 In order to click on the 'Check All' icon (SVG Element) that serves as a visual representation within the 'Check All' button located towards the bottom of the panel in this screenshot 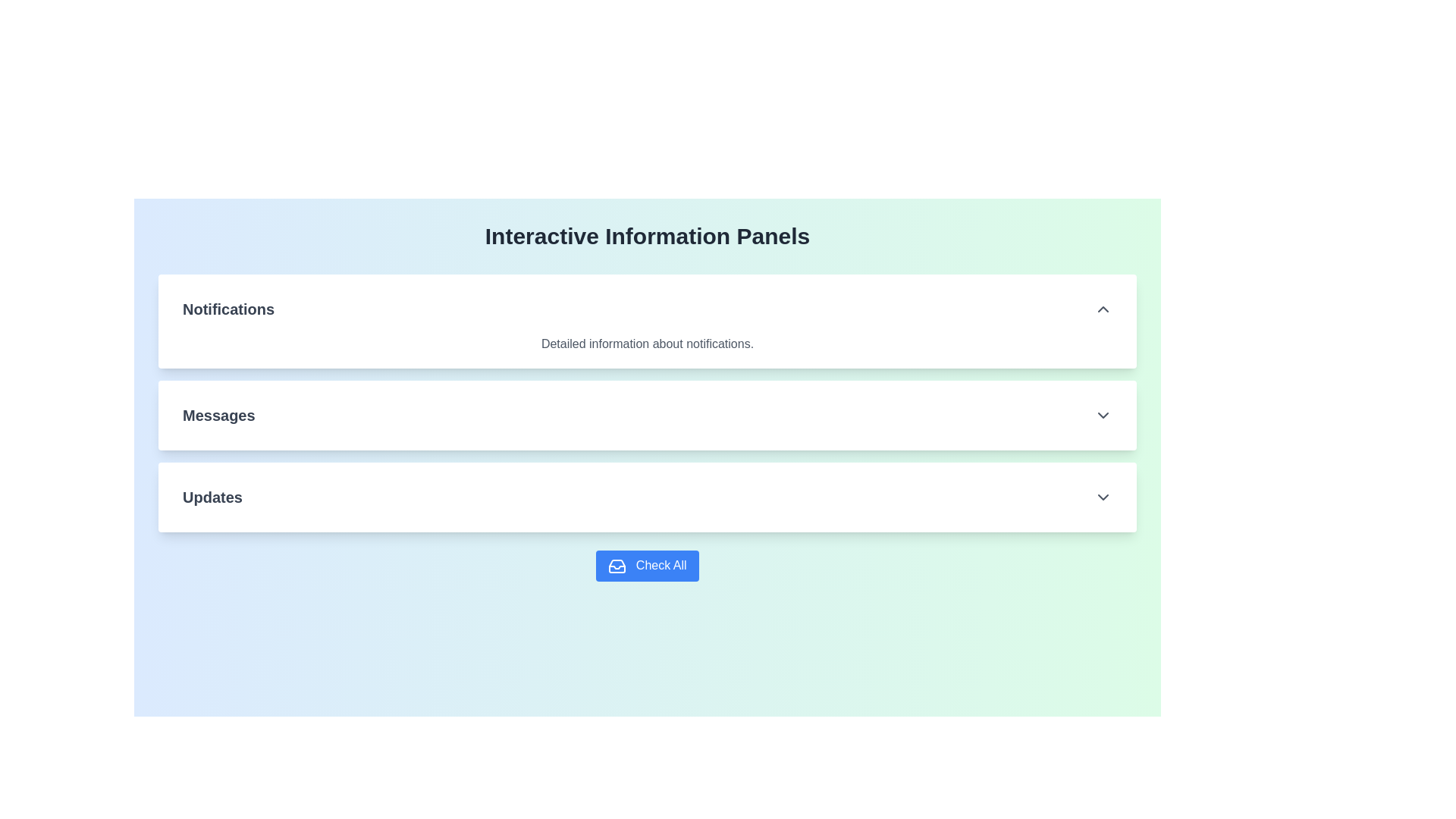, I will do `click(617, 566)`.